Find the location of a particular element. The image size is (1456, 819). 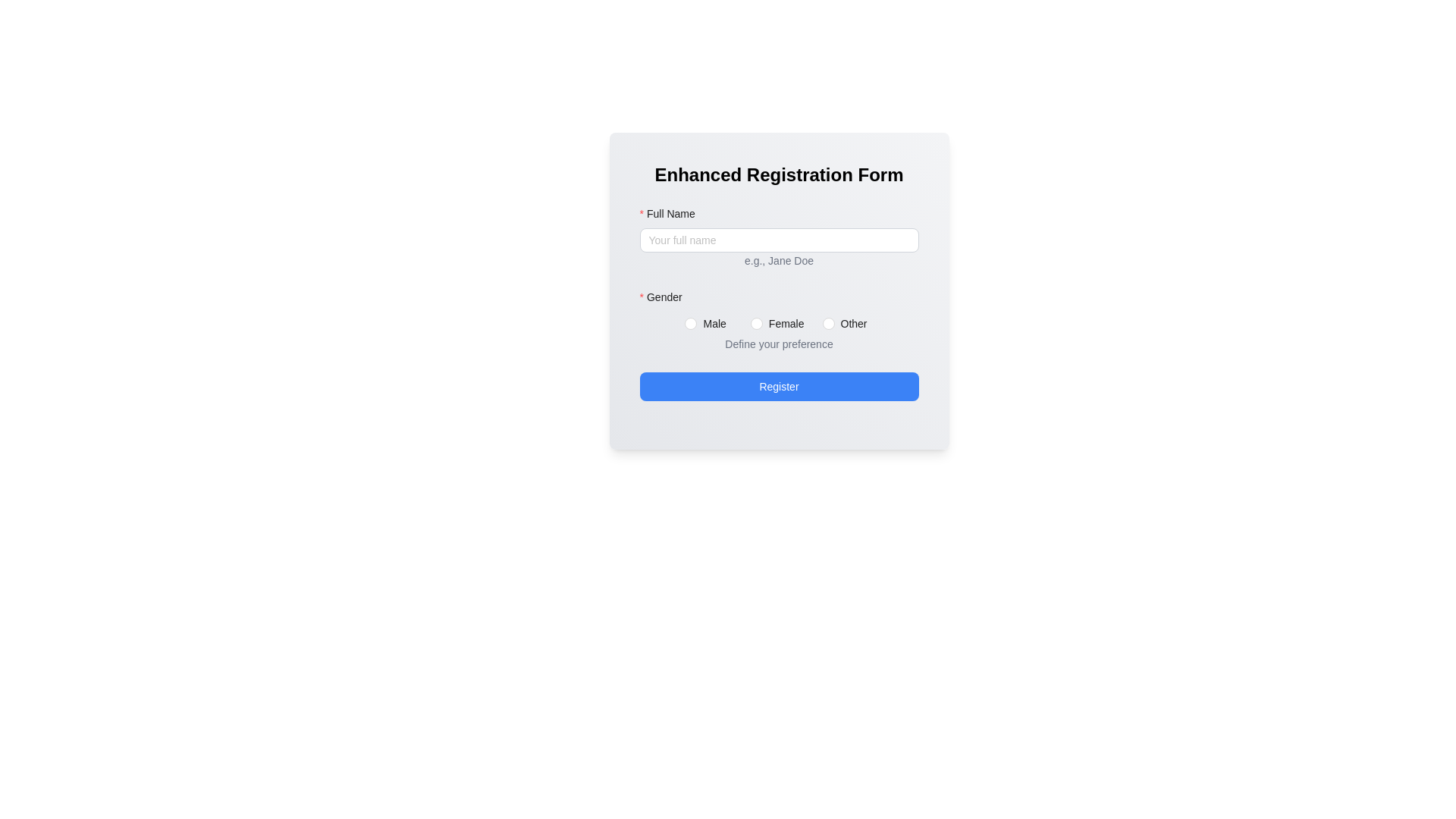

the static text label displaying 'e.g., Jane Doe', which is located directly below the full name input field is located at coordinates (779, 248).